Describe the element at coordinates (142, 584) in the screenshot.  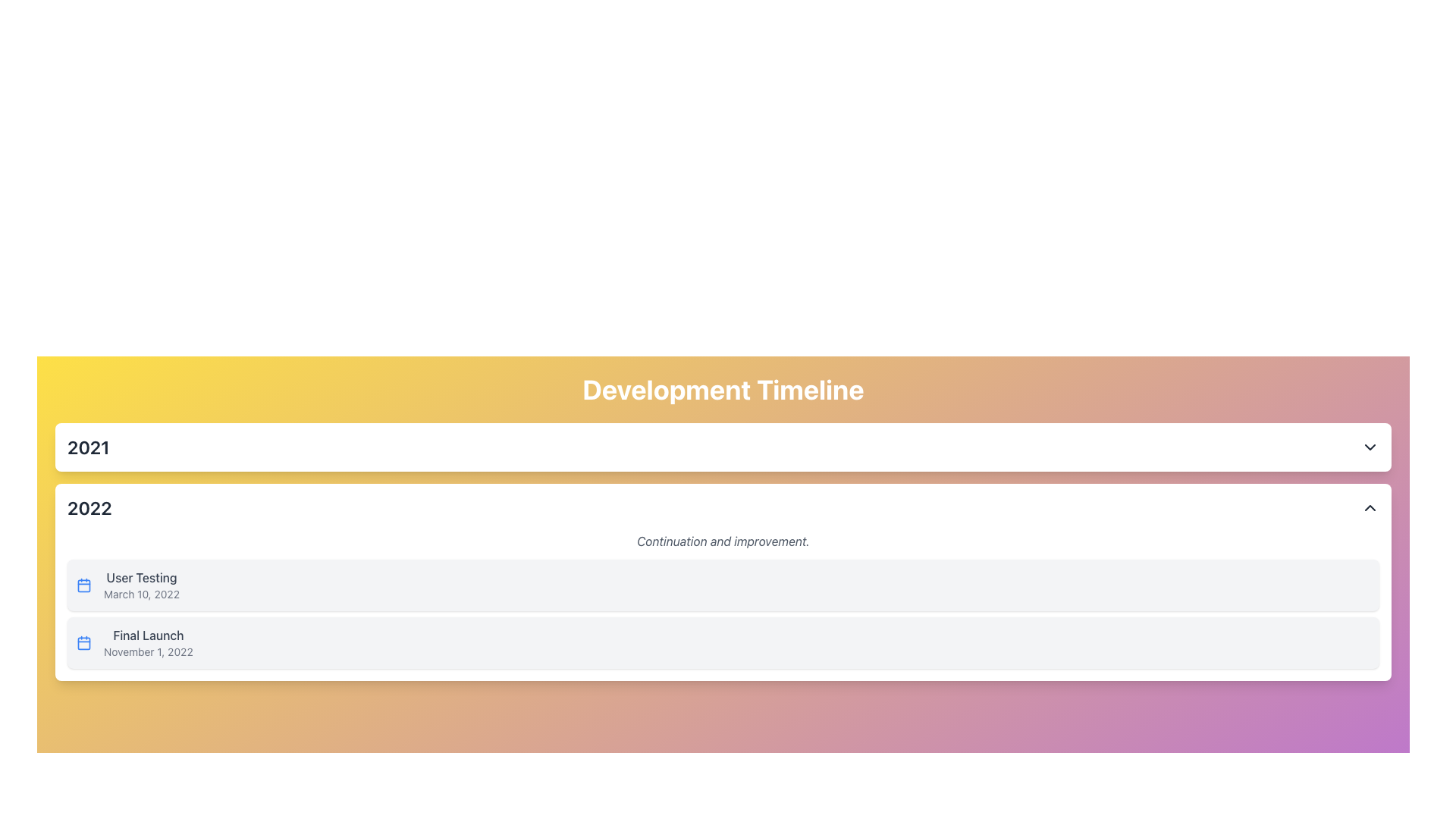
I see `the 'User Testing' text label displaying the date 'March 10, 2022' located in the card layout under the year 2022` at that location.